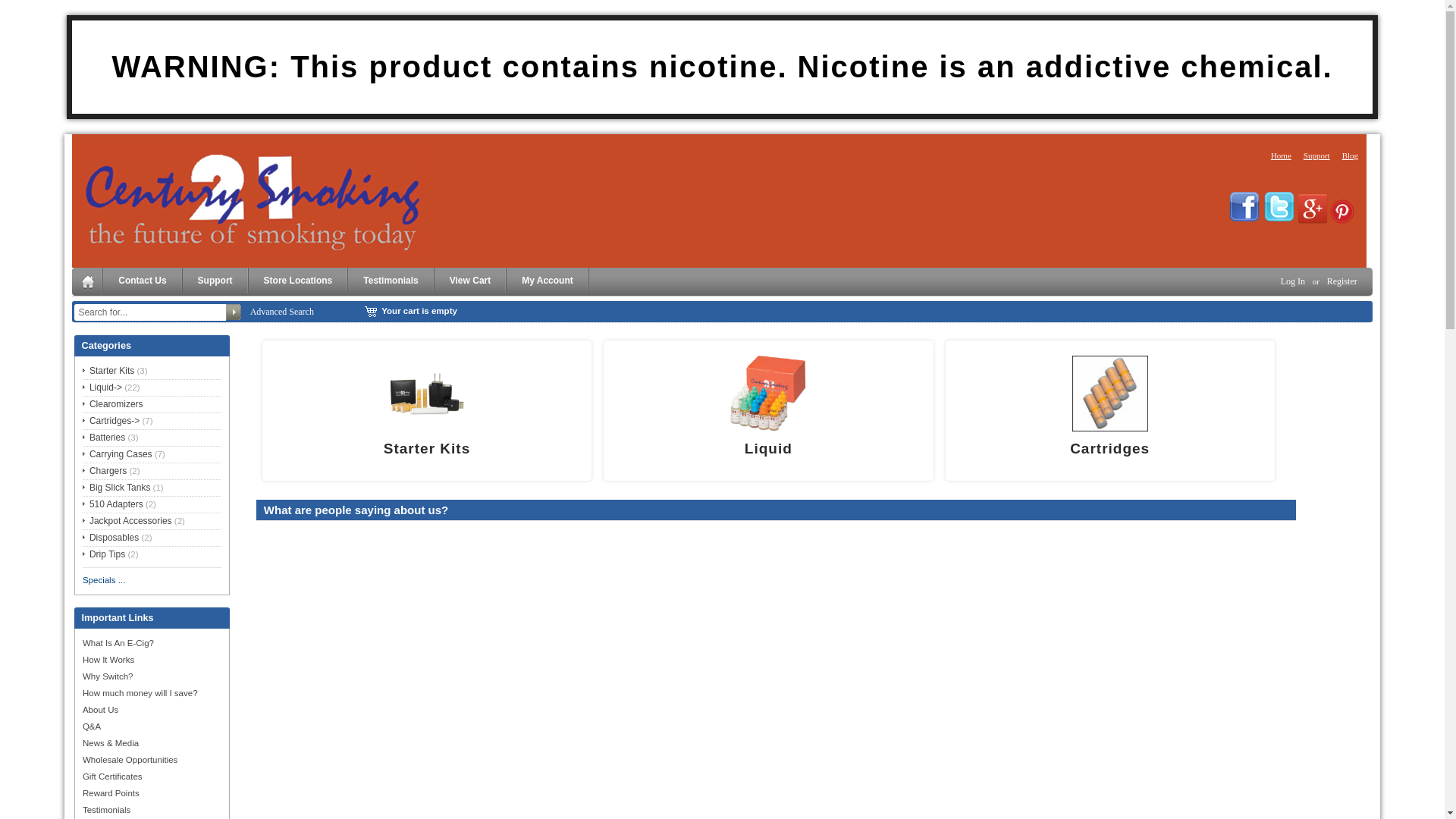 The height and width of the screenshot is (819, 1456). Describe the element at coordinates (110, 421) in the screenshot. I see `'Cartridges->'` at that location.